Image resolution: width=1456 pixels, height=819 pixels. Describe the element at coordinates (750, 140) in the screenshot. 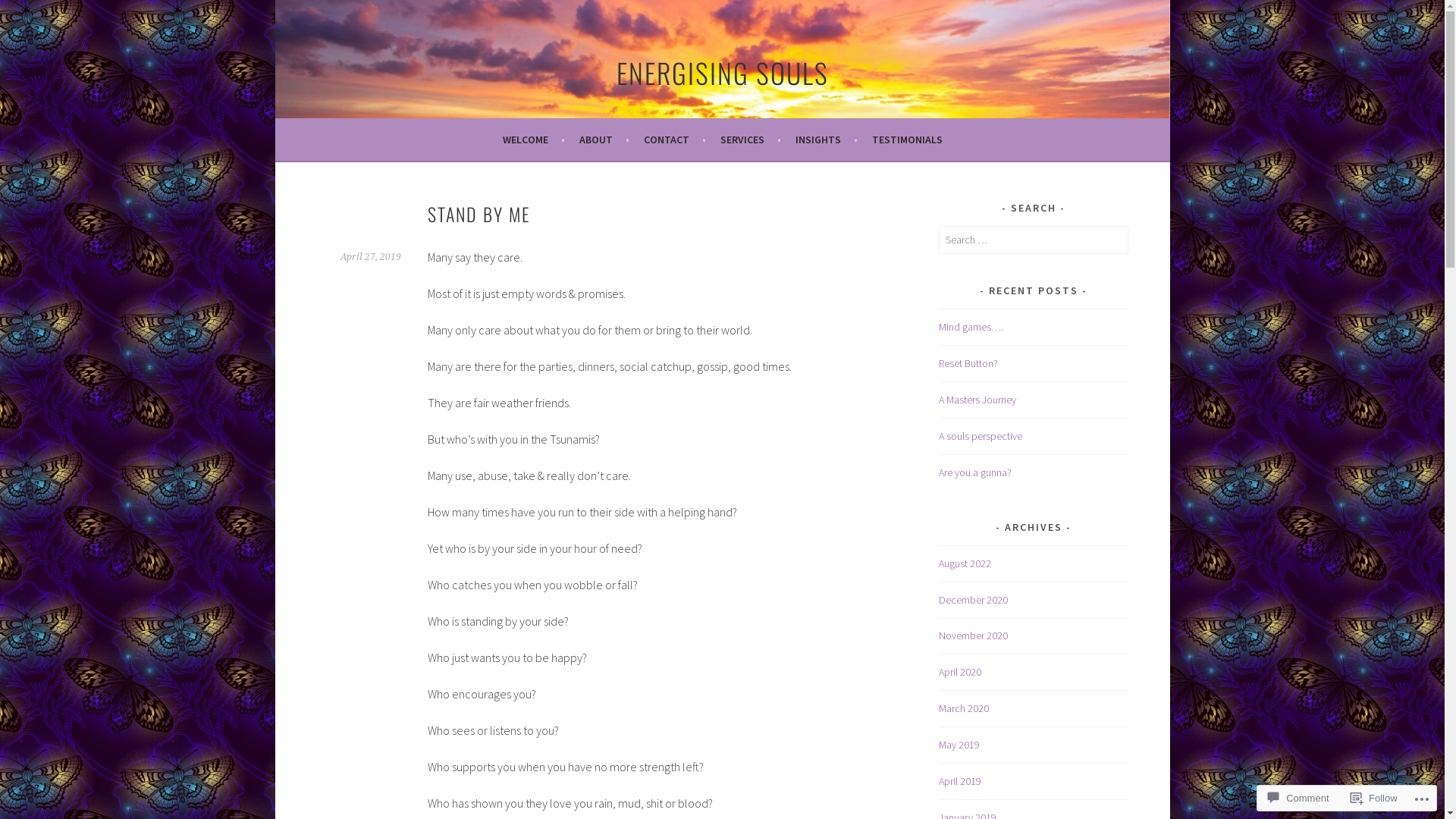

I see `'SERVICES'` at that location.